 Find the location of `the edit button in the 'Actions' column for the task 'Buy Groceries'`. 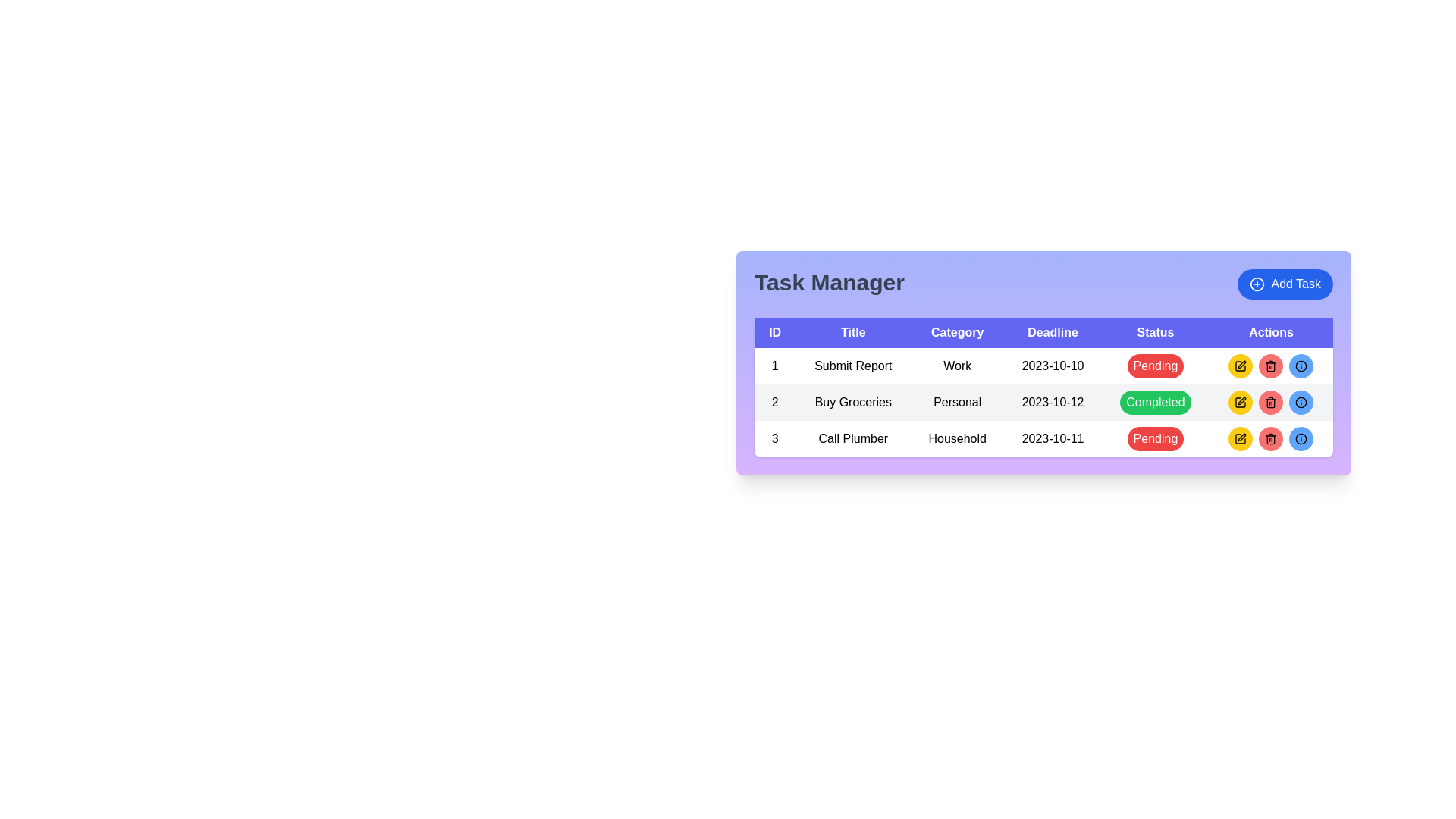

the edit button in the 'Actions' column for the task 'Buy Groceries' is located at coordinates (1241, 402).